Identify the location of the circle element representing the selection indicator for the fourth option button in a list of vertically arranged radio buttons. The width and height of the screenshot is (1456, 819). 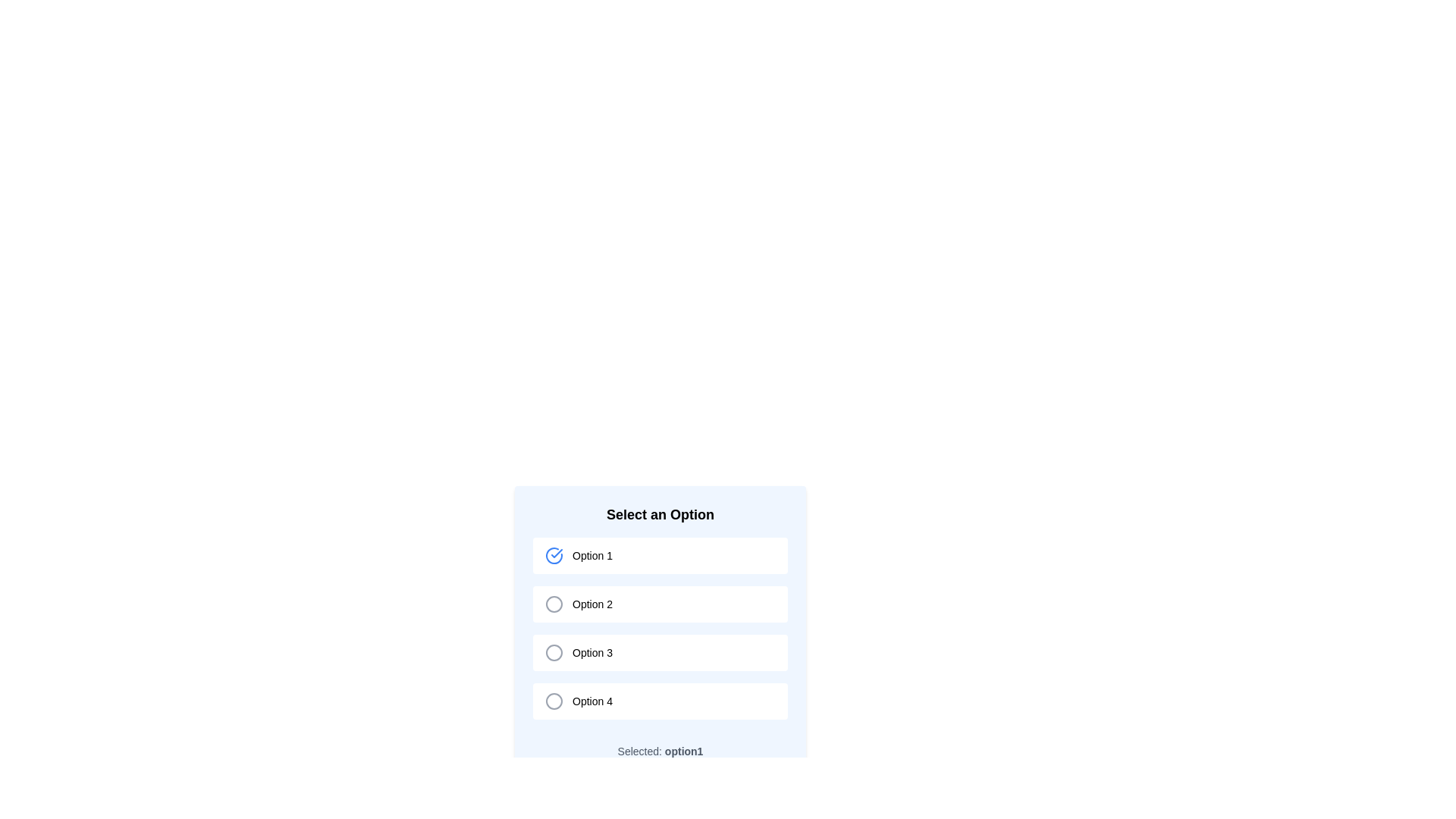
(553, 701).